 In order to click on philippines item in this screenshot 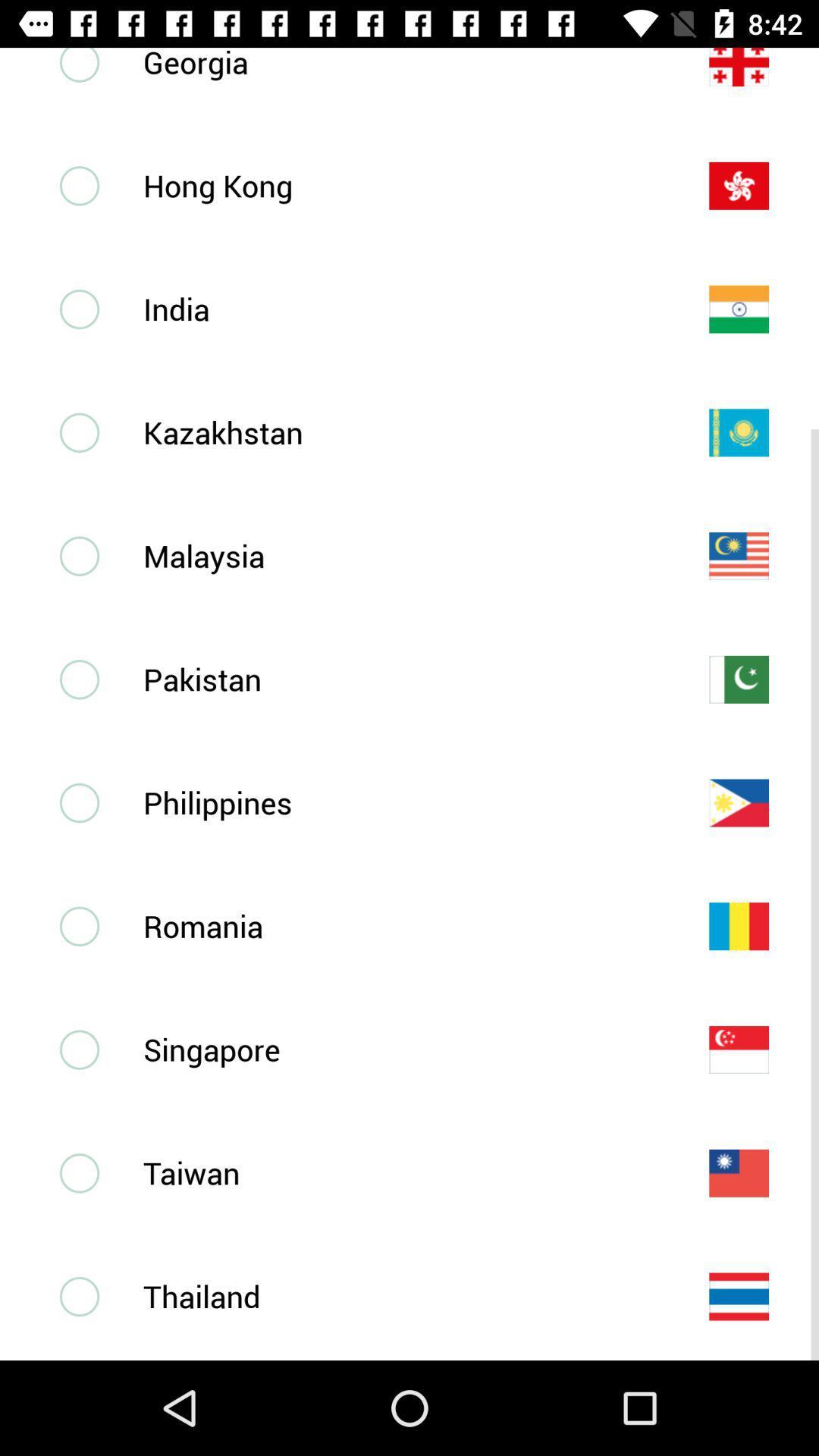, I will do `click(400, 802)`.